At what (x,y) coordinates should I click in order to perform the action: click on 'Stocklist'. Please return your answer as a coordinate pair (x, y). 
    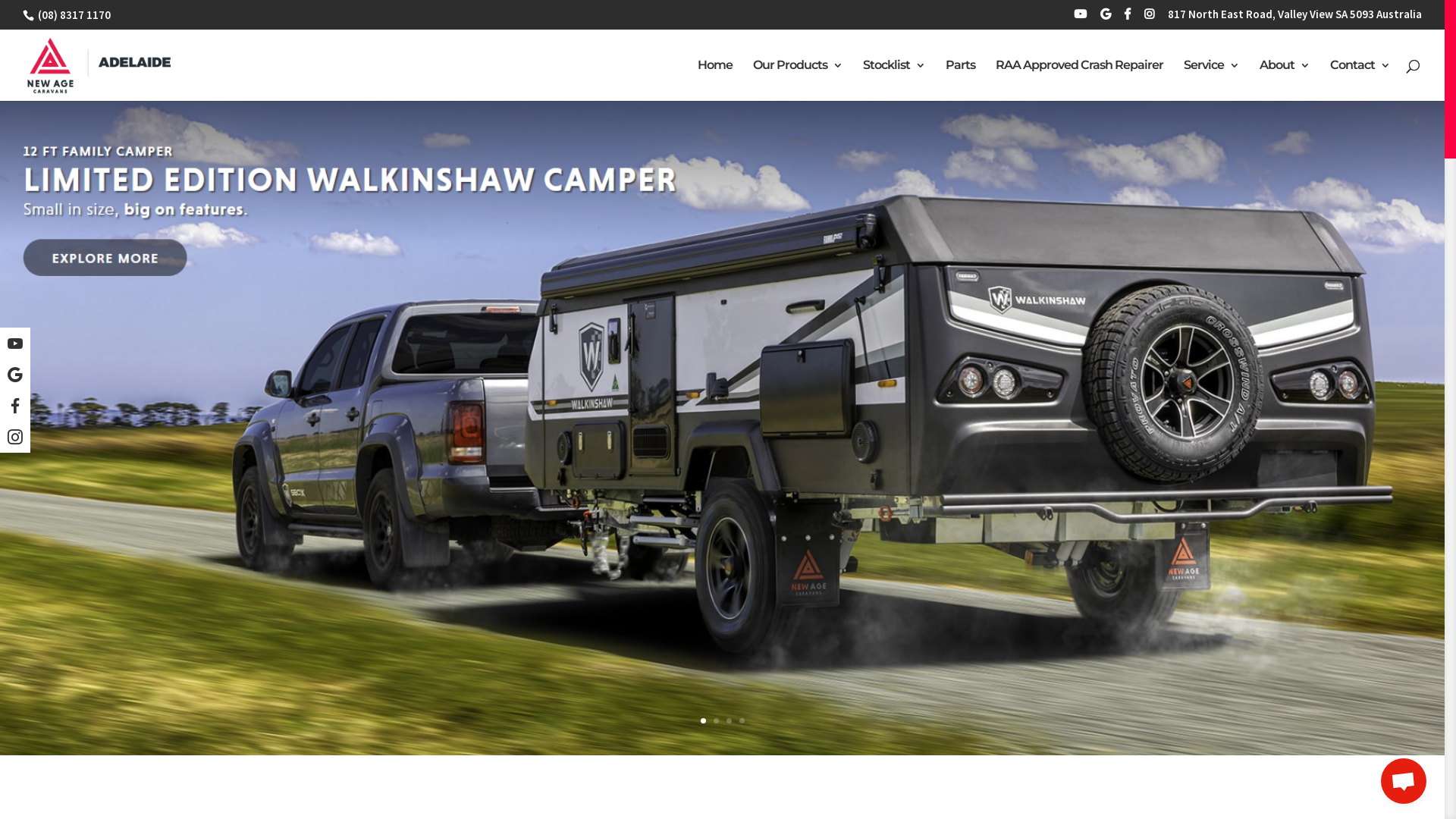
    Looking at the image, I should click on (894, 79).